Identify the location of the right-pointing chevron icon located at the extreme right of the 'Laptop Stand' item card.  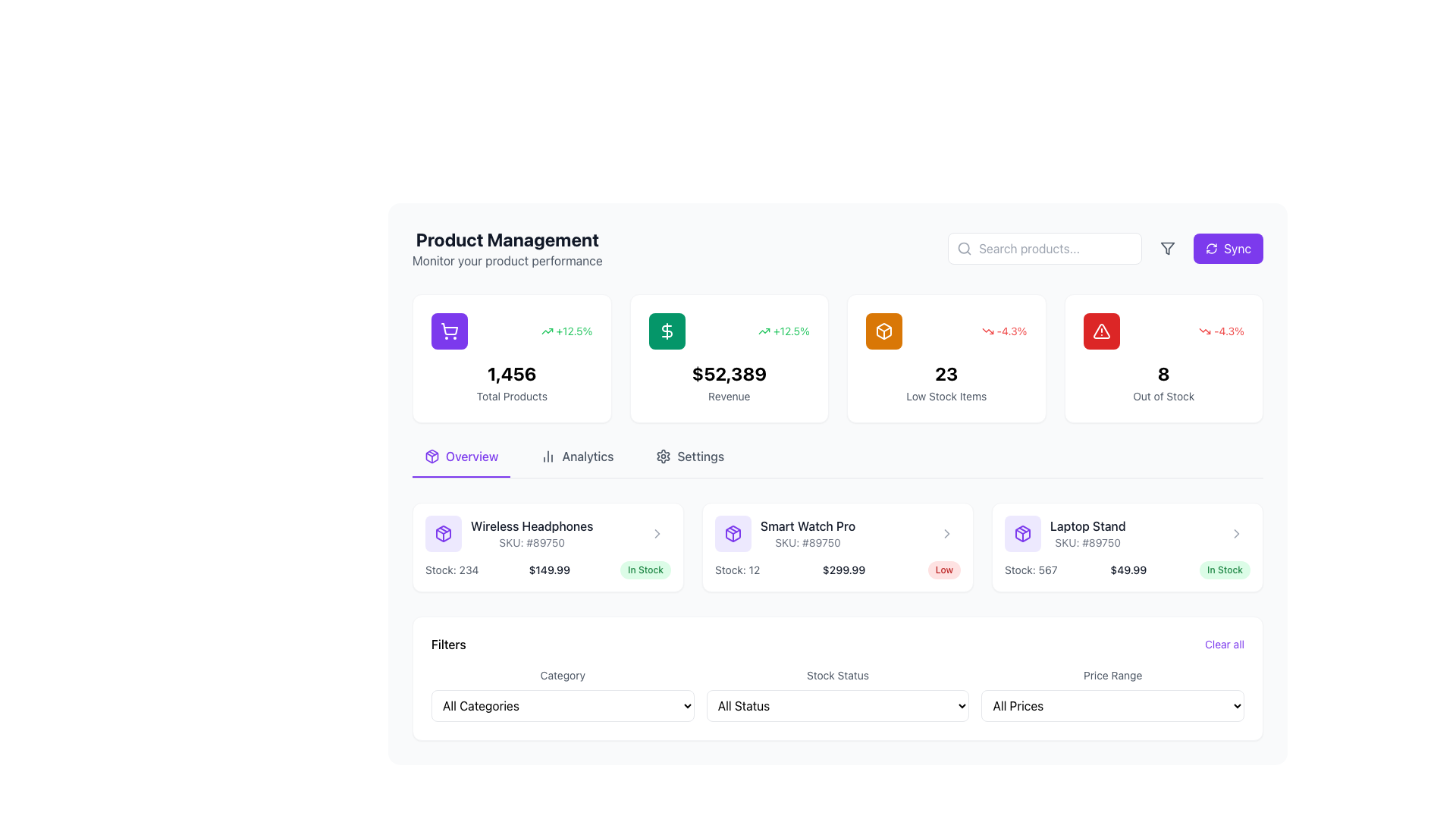
(946, 533).